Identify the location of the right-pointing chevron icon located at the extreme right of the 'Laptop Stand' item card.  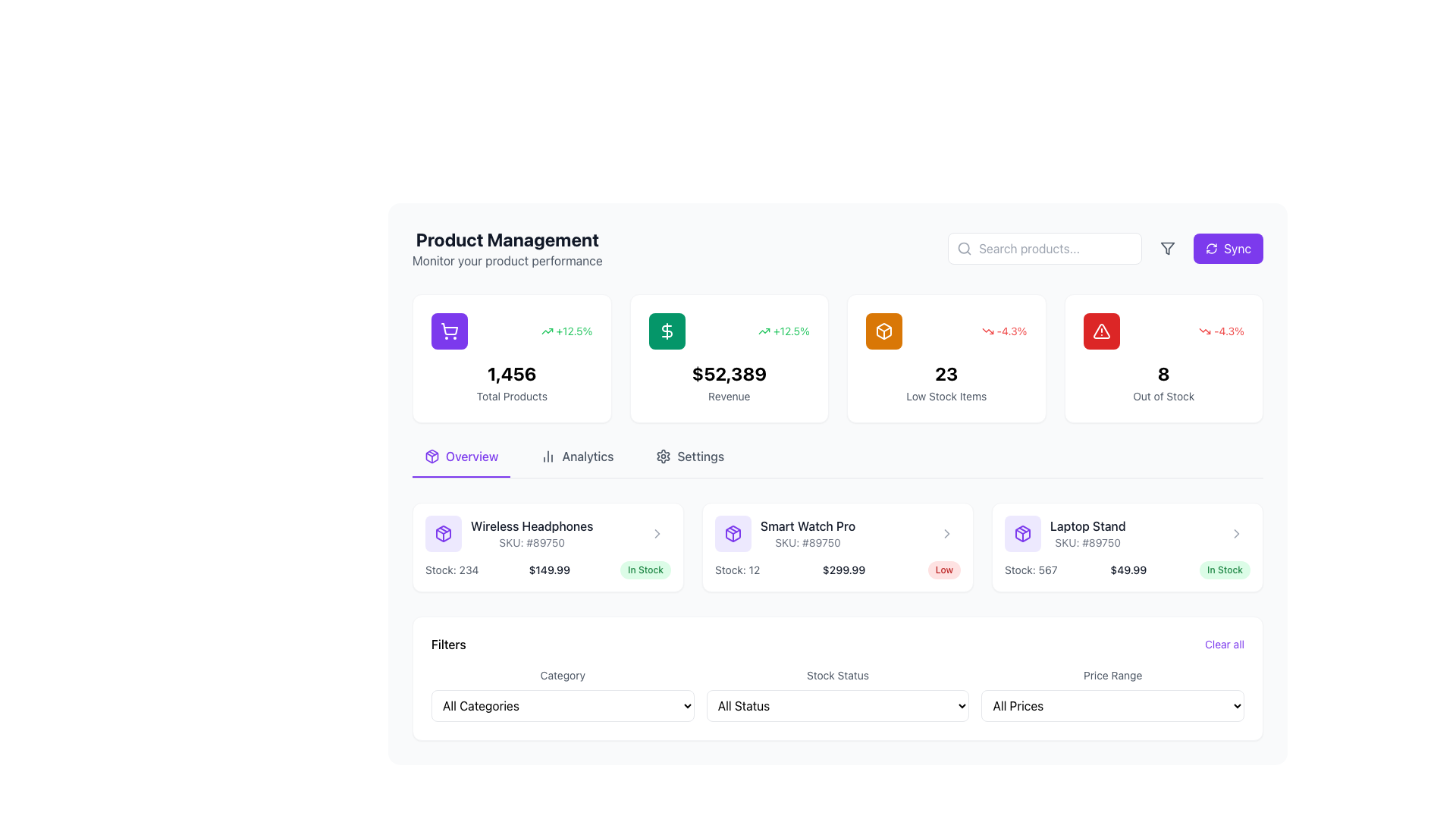
(946, 533).